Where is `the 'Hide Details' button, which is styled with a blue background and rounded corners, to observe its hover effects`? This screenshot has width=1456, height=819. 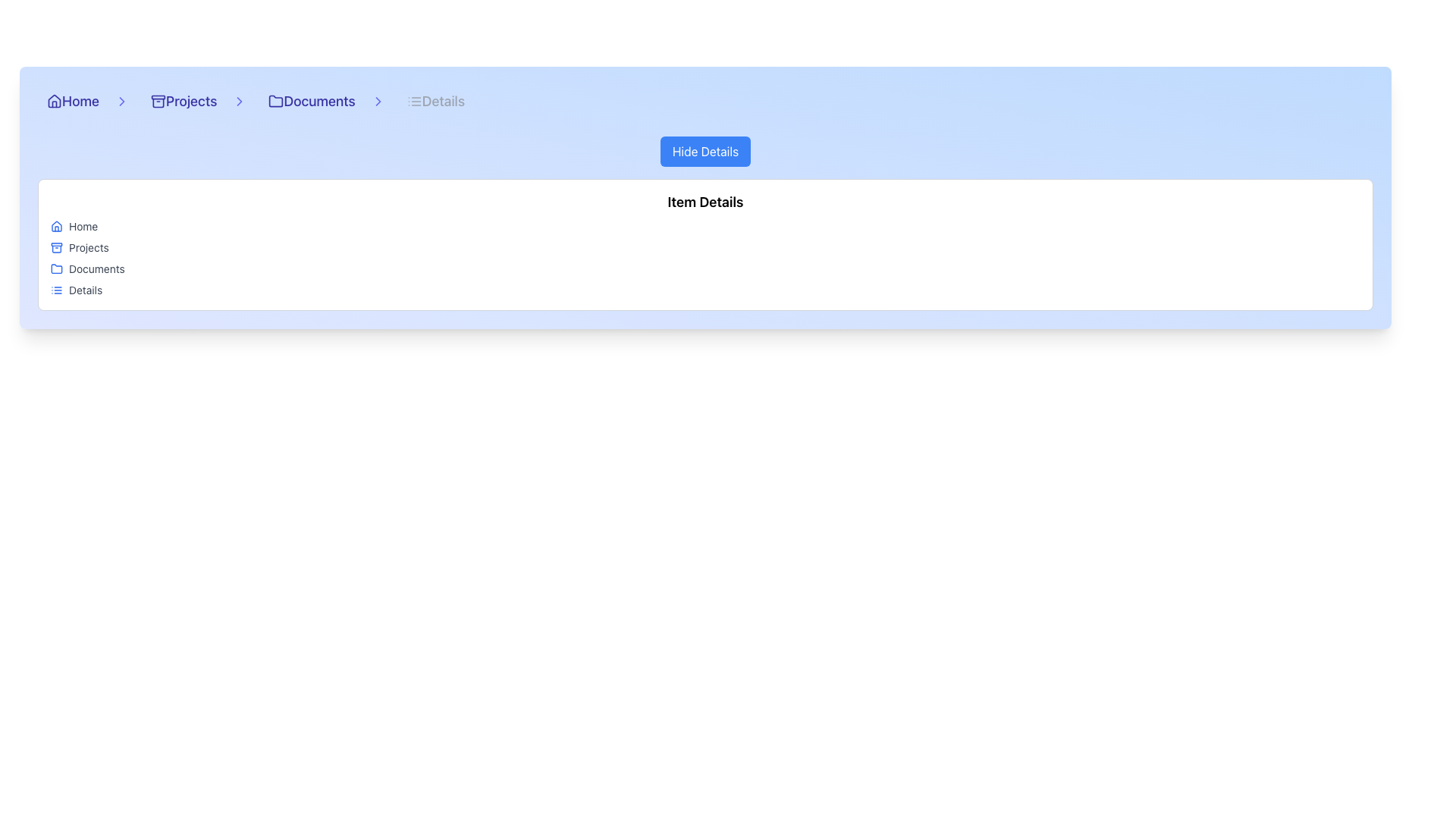
the 'Hide Details' button, which is styled with a blue background and rounded corners, to observe its hover effects is located at coordinates (704, 152).